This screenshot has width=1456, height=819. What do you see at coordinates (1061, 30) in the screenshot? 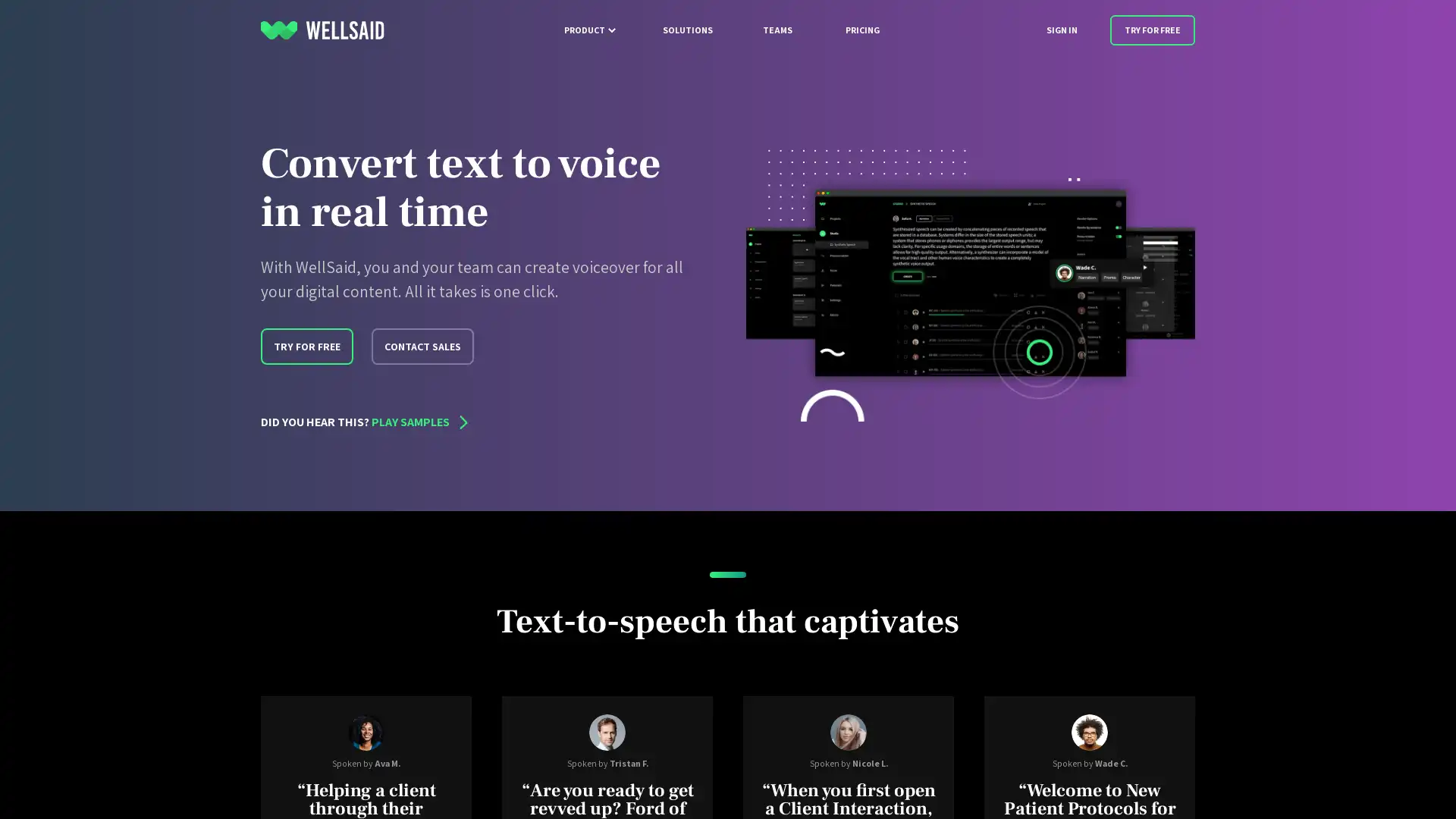
I see `SIGN IN` at bounding box center [1061, 30].